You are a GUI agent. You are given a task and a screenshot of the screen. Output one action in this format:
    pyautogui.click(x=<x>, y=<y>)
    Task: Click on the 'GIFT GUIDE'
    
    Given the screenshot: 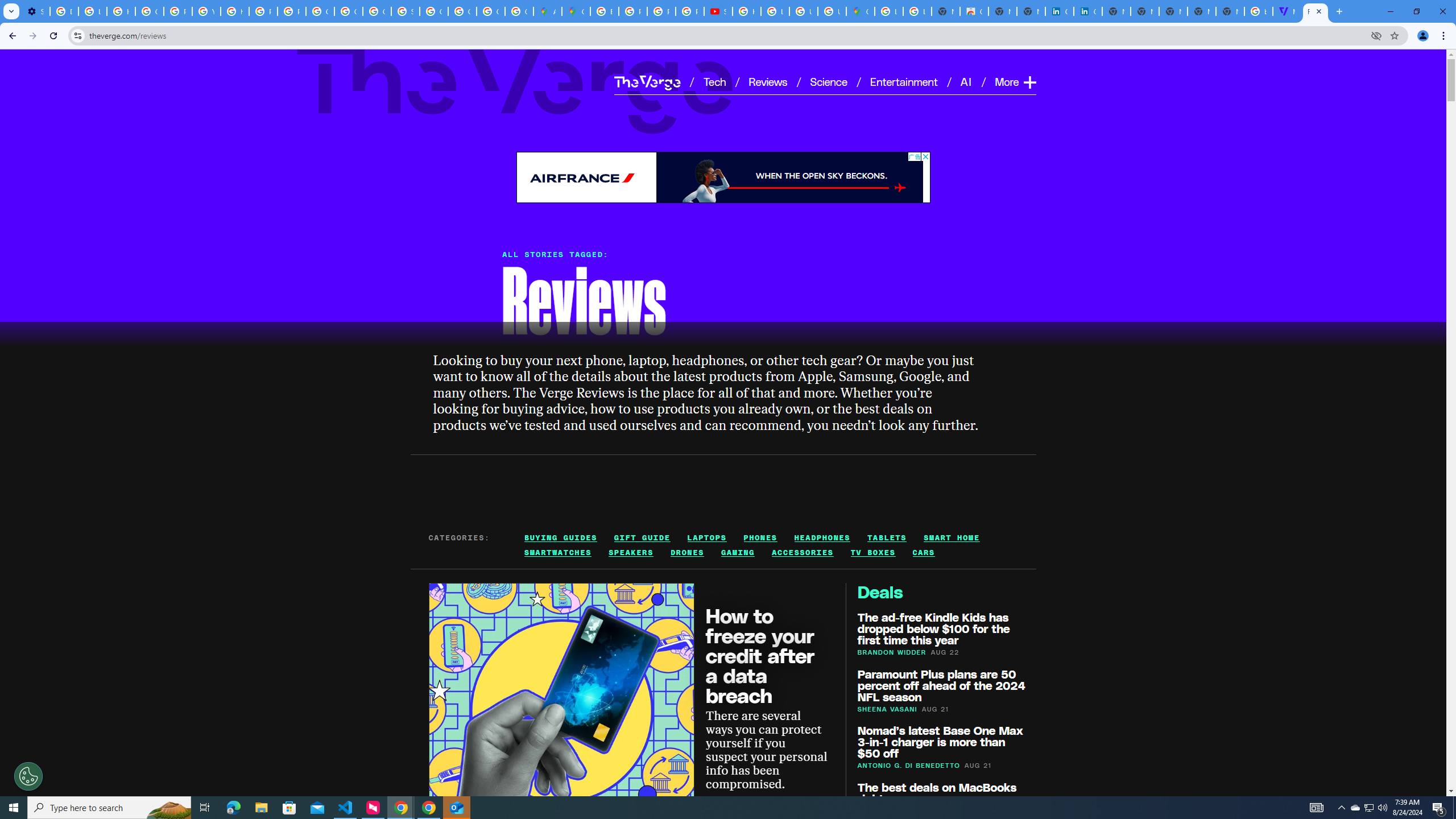 What is the action you would take?
    pyautogui.click(x=642, y=537)
    